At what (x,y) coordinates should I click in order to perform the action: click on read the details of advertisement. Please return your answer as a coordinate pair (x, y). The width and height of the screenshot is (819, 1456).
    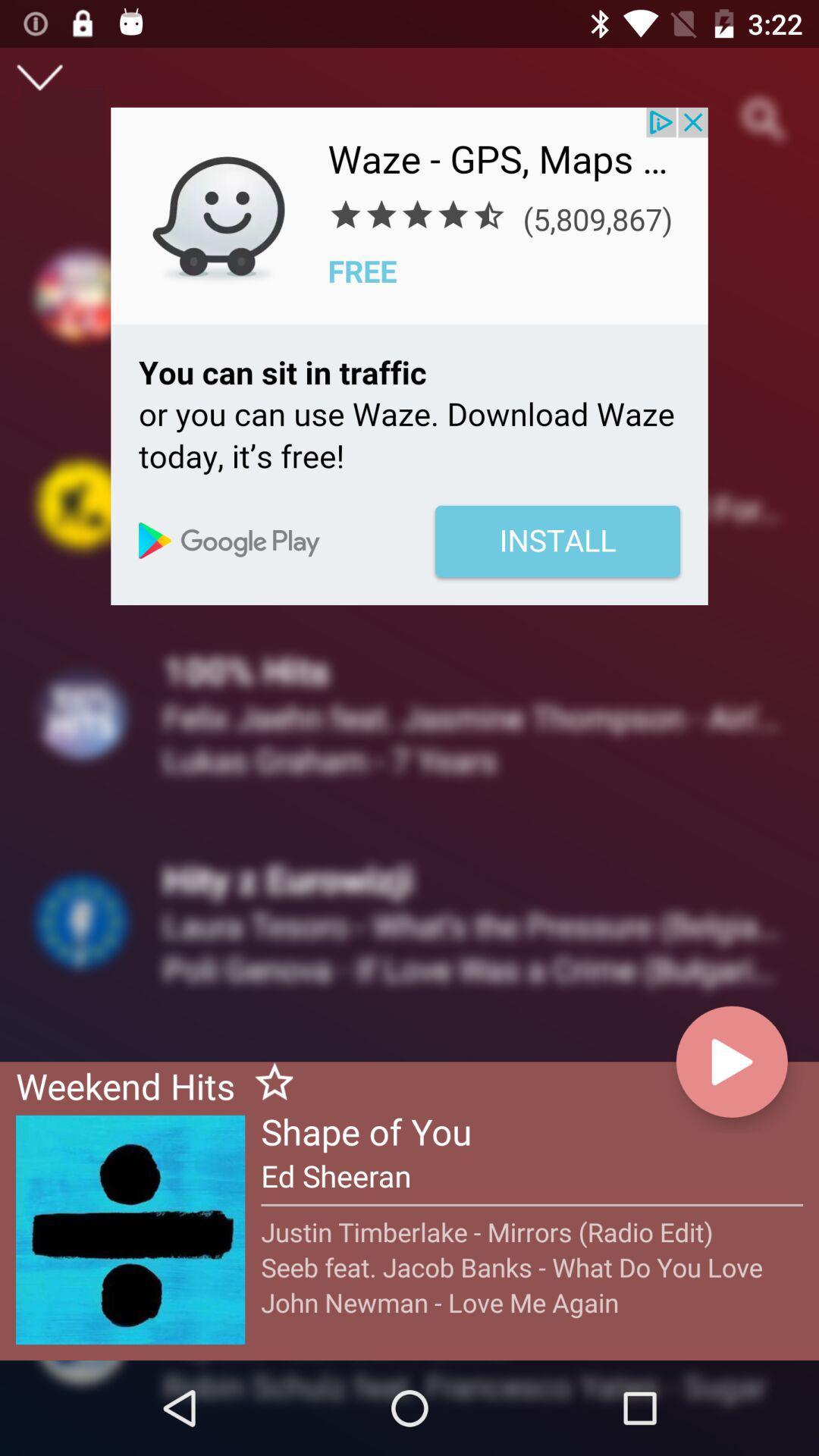
    Looking at the image, I should click on (409, 355).